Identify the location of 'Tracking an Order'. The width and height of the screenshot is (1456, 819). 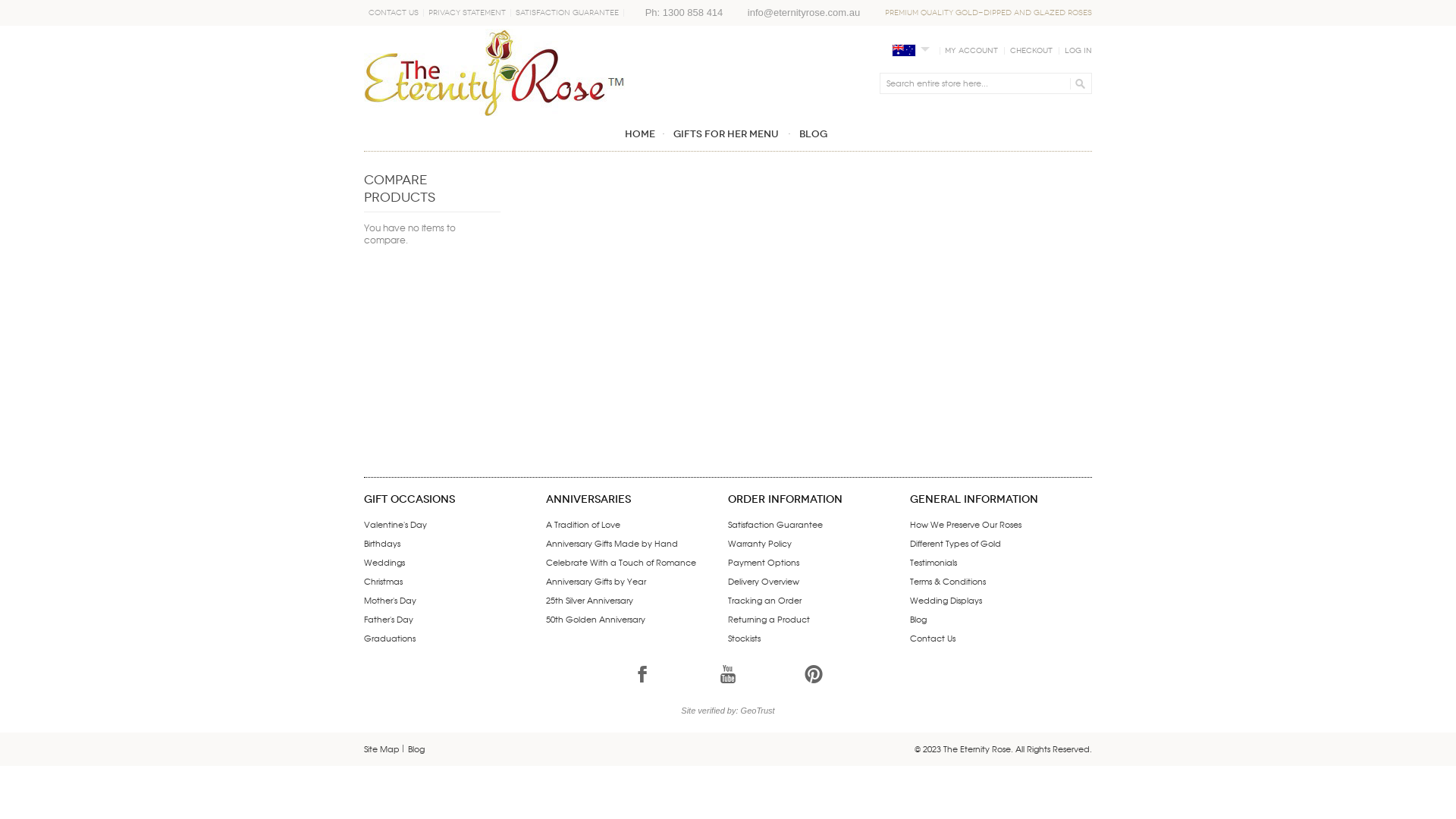
(764, 599).